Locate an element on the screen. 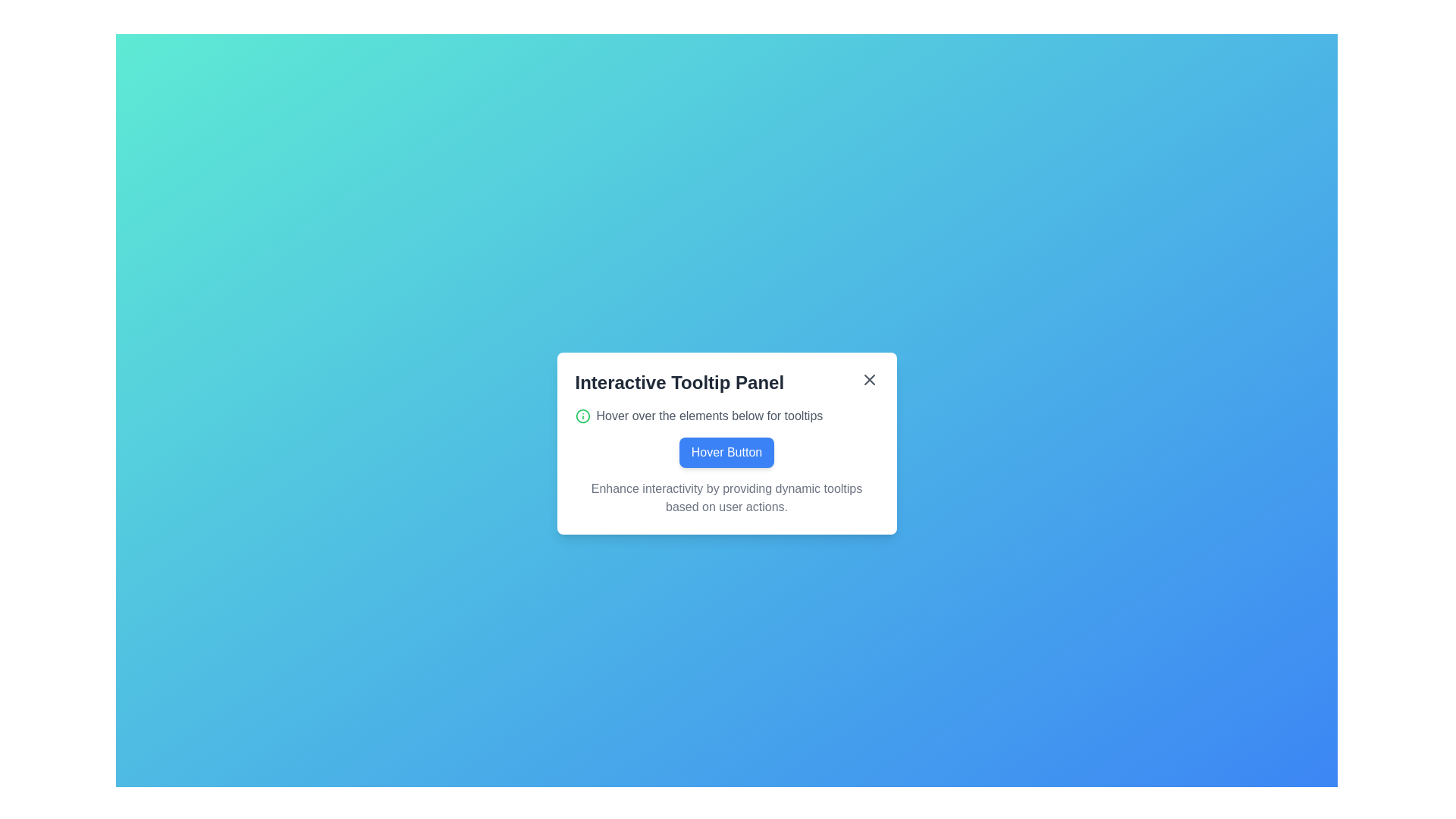  the close button represented by an 'X' in dark gray located in the top-right corner of the 'Interactive Tooltip Panel' is located at coordinates (869, 379).